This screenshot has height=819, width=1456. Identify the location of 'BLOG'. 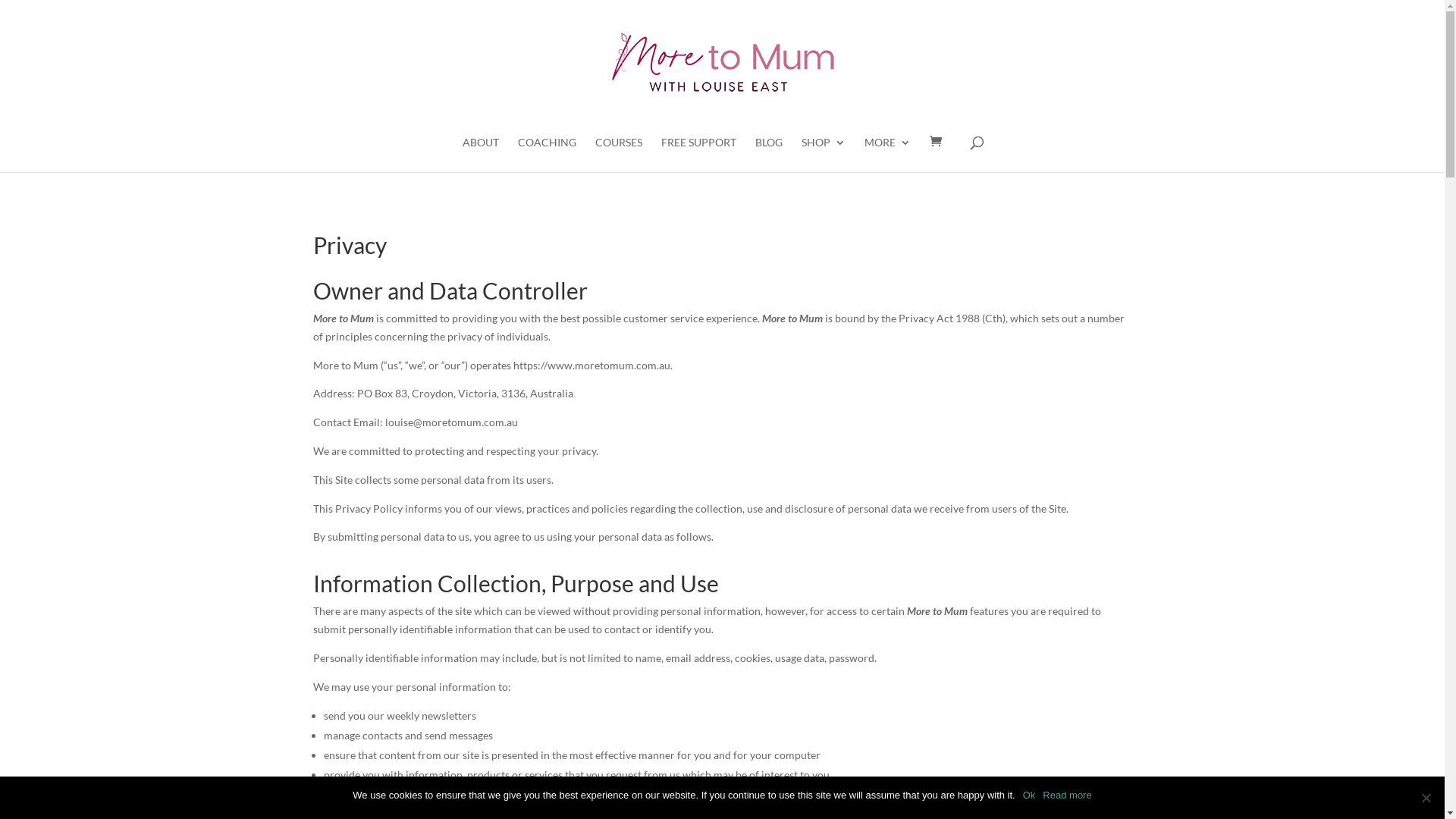
(768, 155).